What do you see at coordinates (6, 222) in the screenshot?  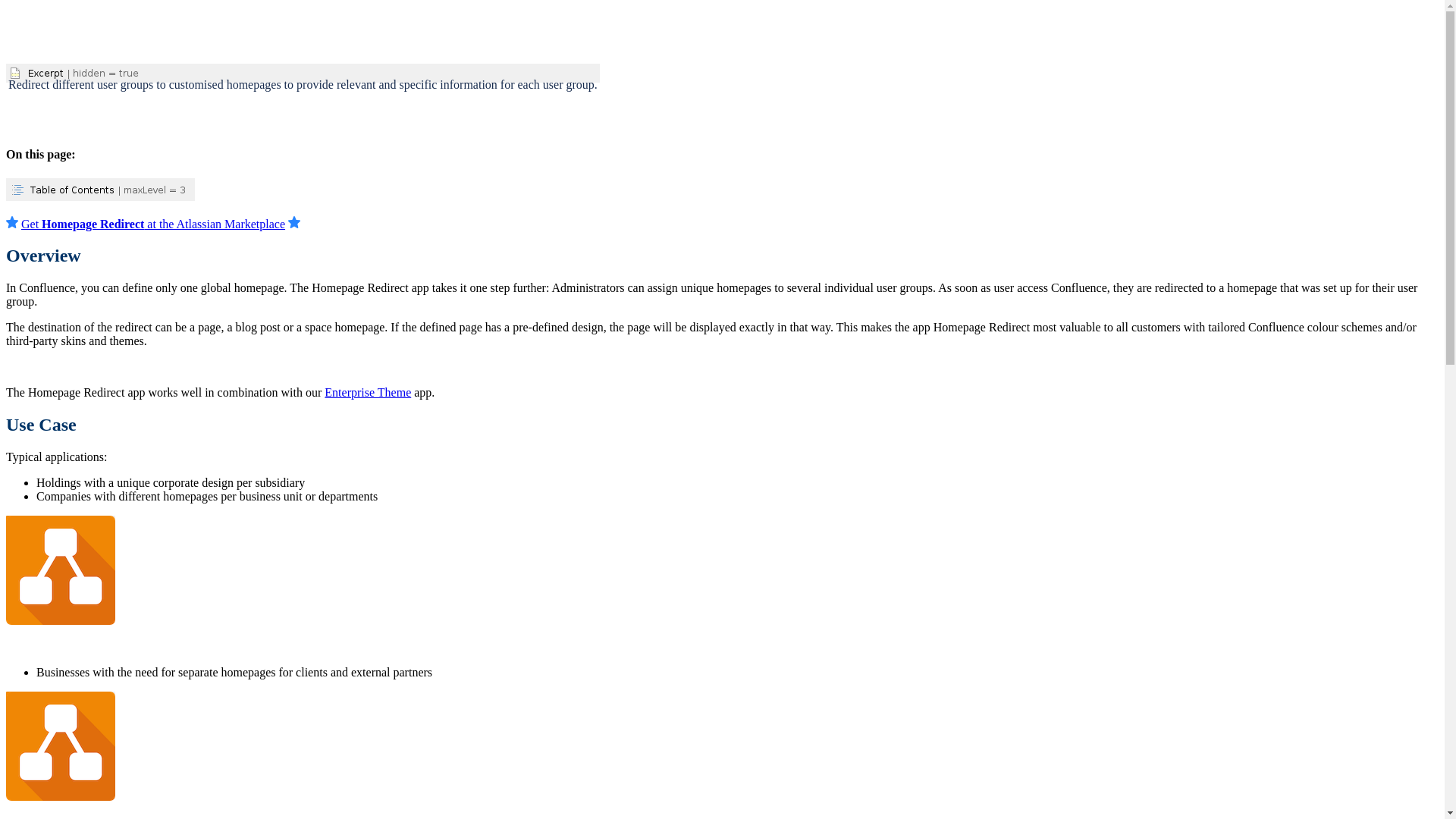 I see `'(blue star)'` at bounding box center [6, 222].